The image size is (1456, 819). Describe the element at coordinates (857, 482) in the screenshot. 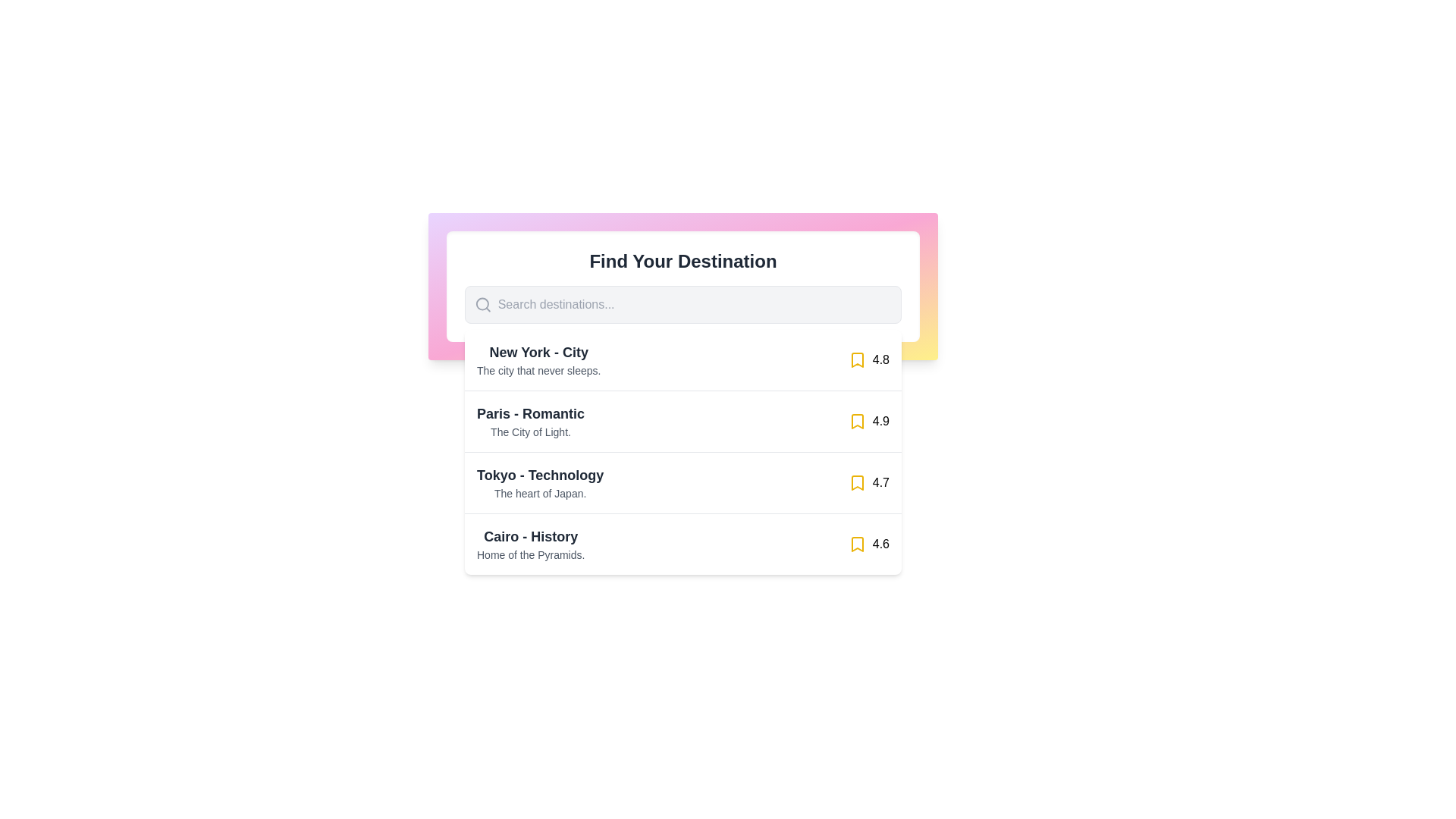

I see `the bookmark icon located next to the 'Tokyo - Technology' entry in the list` at that location.